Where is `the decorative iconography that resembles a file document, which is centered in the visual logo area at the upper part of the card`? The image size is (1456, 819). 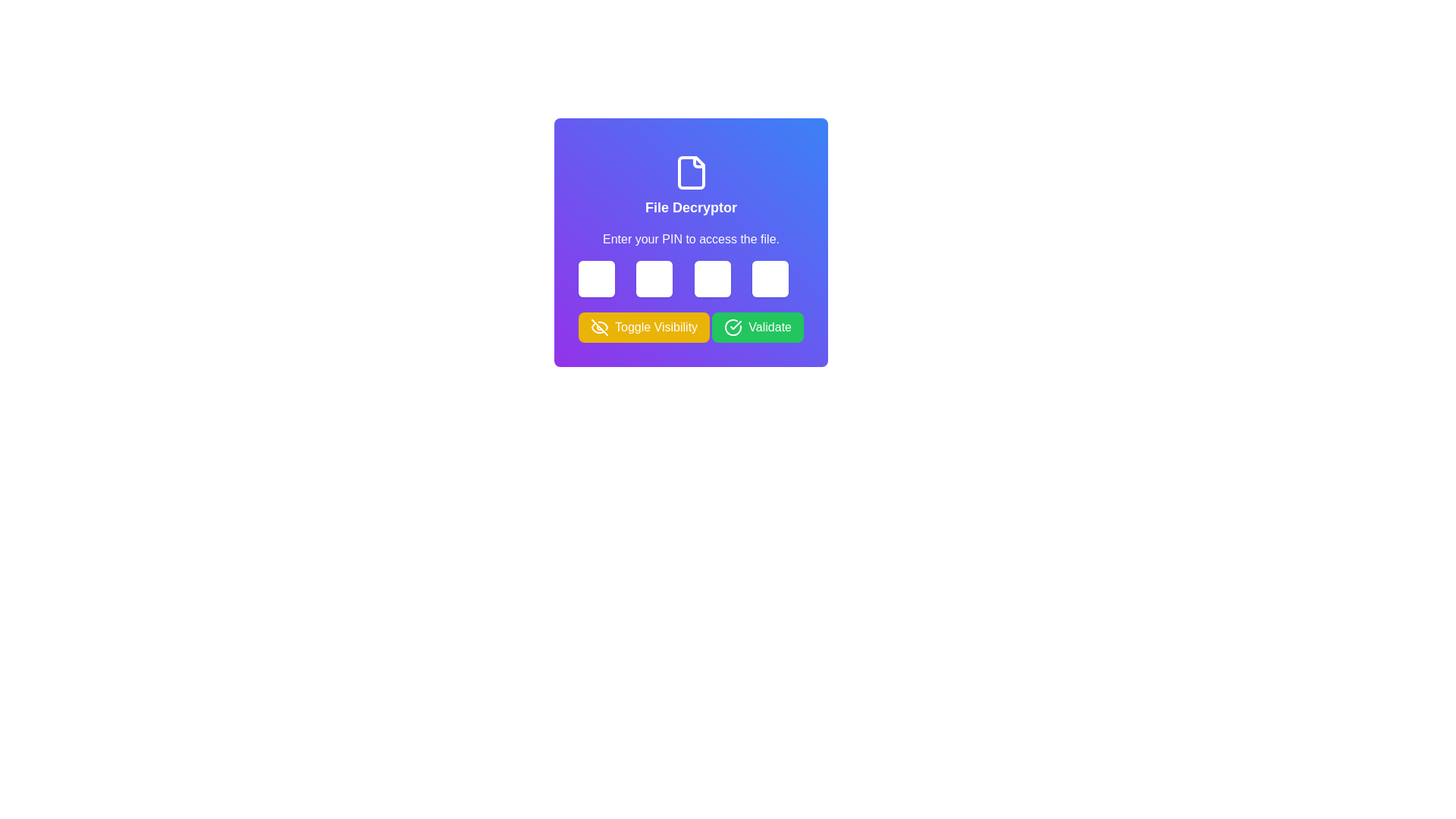 the decorative iconography that resembles a file document, which is centered in the visual logo area at the upper part of the card is located at coordinates (690, 171).